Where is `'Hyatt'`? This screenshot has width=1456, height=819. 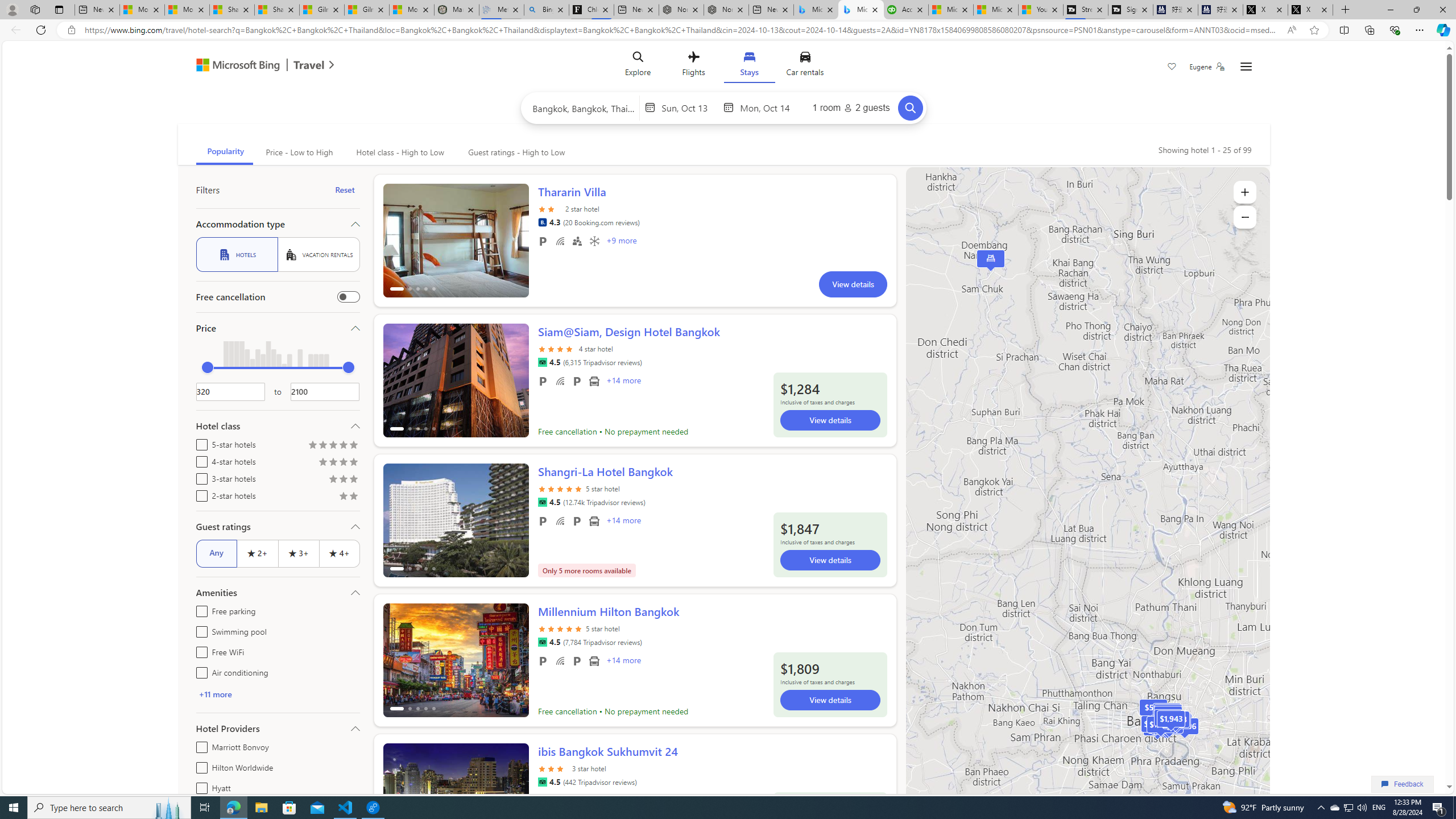 'Hyatt' is located at coordinates (199, 786).